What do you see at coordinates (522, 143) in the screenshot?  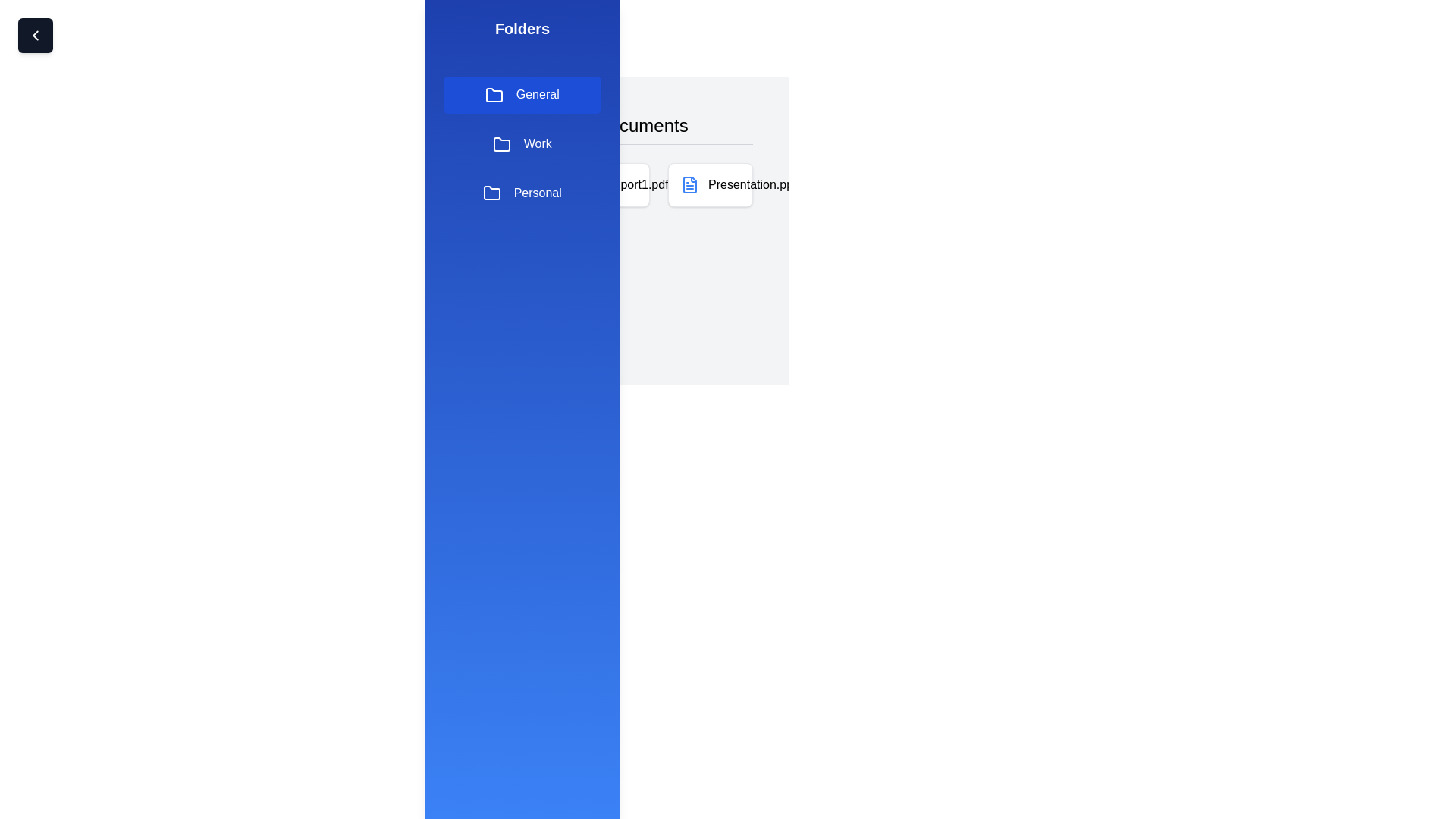 I see `the 'Work' folder menu item, which is the second item in a vertical stack of folder labels` at bounding box center [522, 143].